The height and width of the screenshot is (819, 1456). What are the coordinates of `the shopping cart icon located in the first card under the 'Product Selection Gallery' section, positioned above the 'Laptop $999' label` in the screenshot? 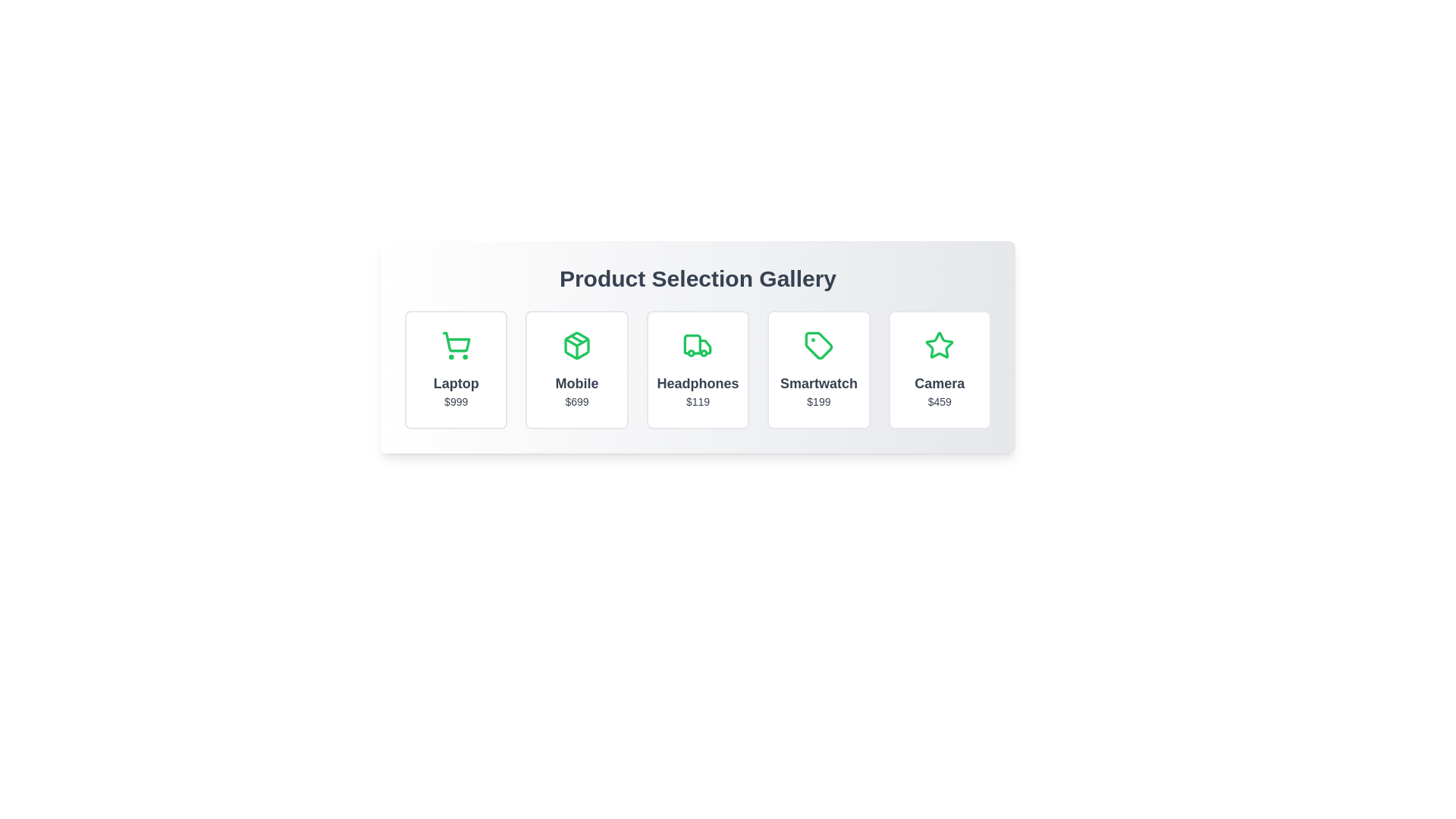 It's located at (455, 342).